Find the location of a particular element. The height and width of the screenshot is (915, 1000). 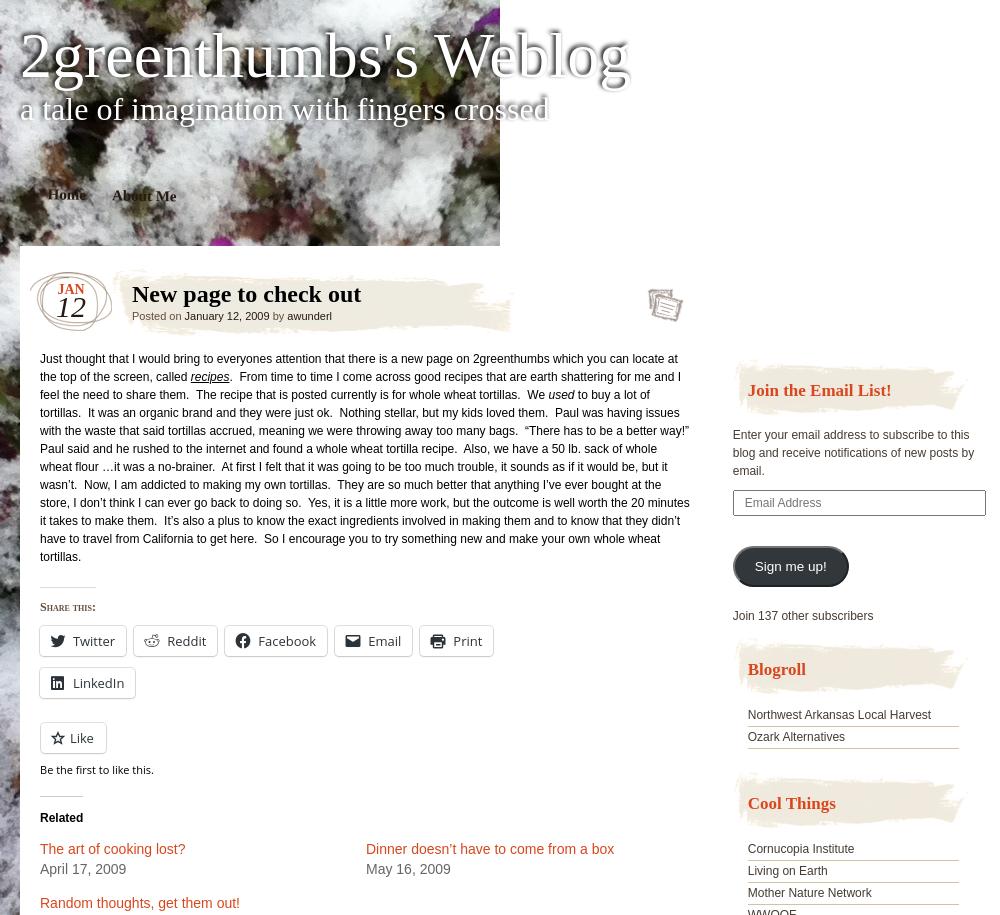

'used' is located at coordinates (561, 394).